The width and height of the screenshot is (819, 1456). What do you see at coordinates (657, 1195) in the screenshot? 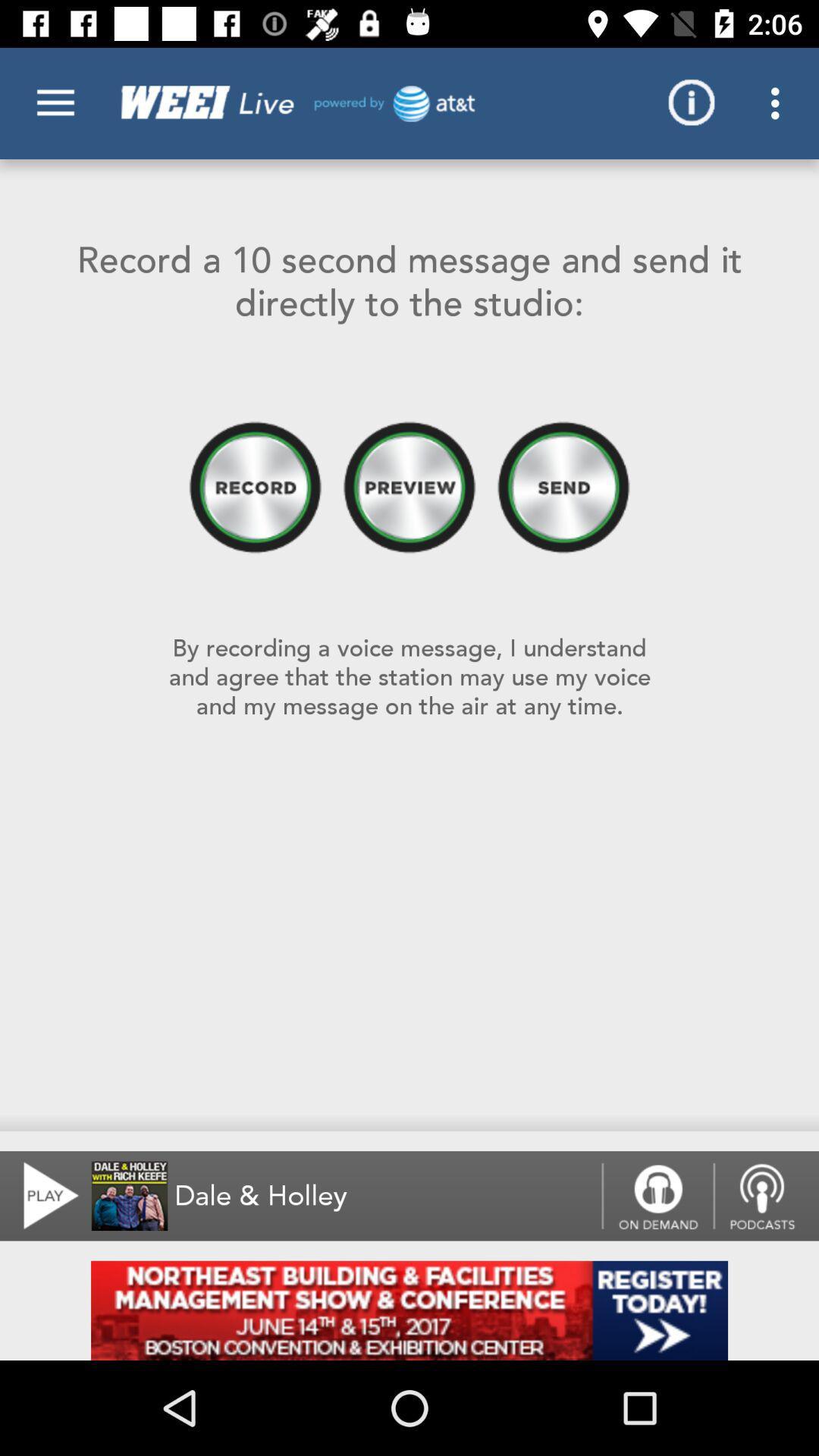
I see `the lock icon` at bounding box center [657, 1195].